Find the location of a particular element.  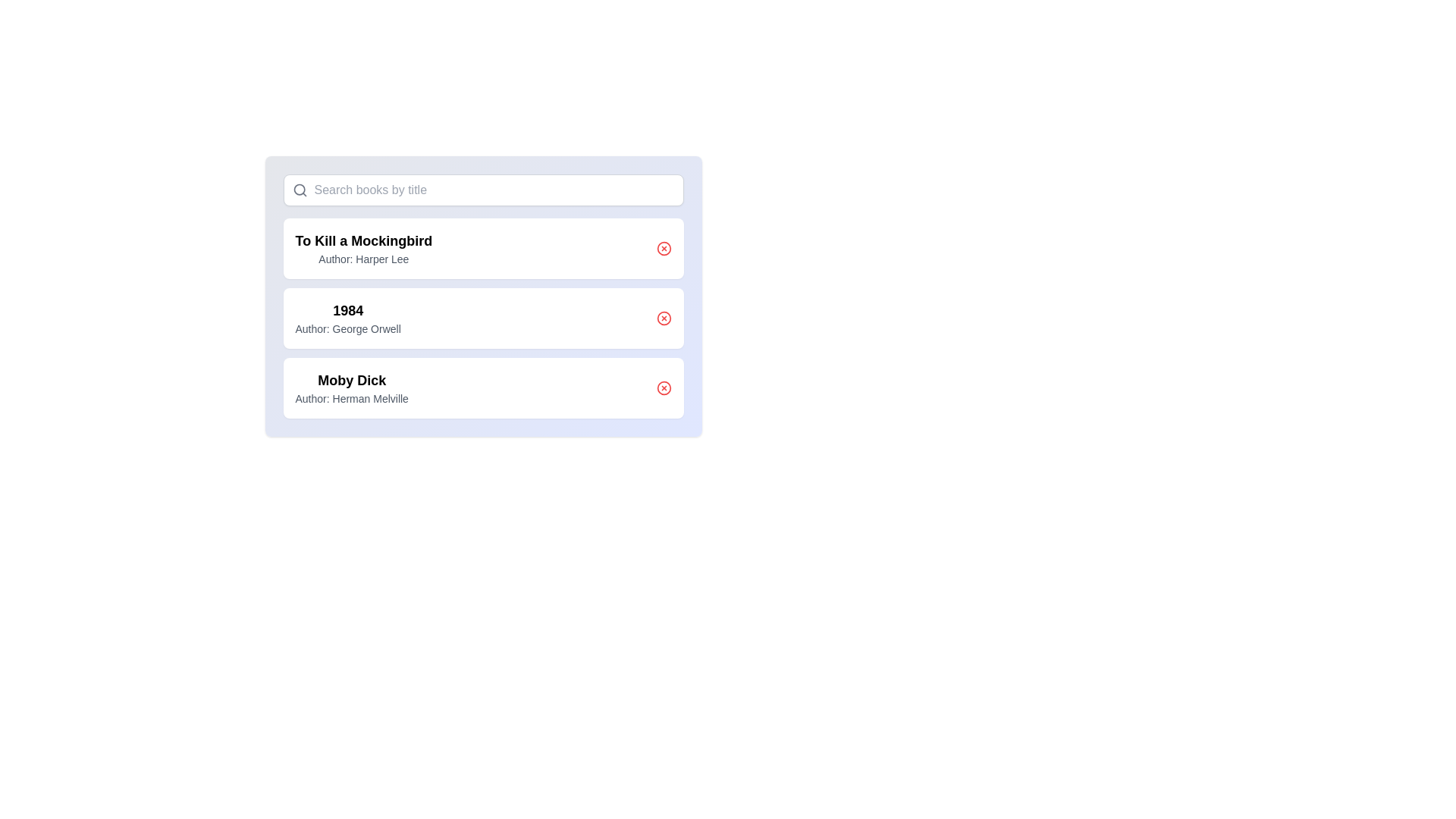

the delete button for the book titled 'Moby Dick' is located at coordinates (664, 388).